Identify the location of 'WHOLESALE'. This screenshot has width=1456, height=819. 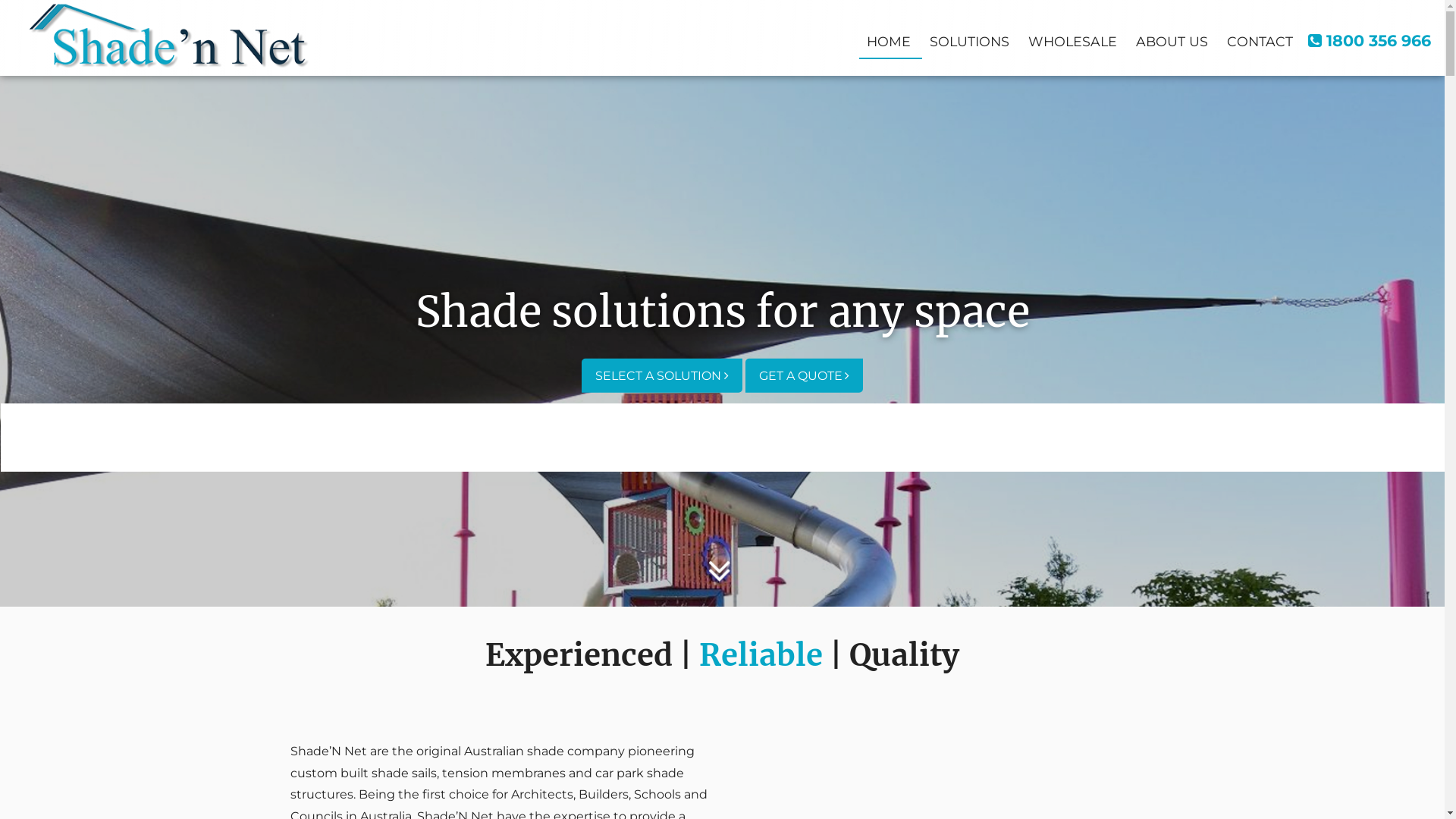
(1072, 39).